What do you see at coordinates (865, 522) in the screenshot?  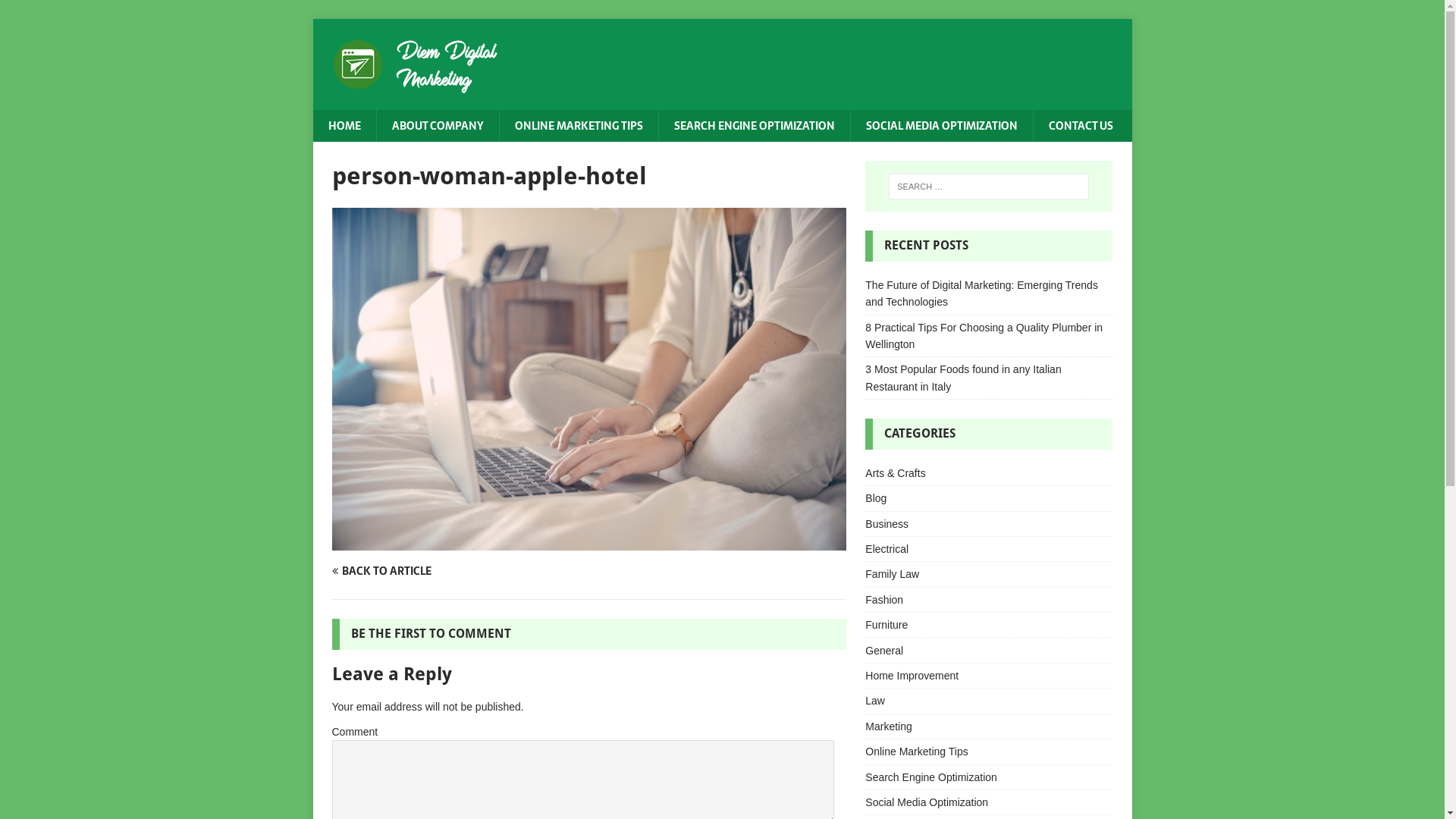 I see `'Business'` at bounding box center [865, 522].